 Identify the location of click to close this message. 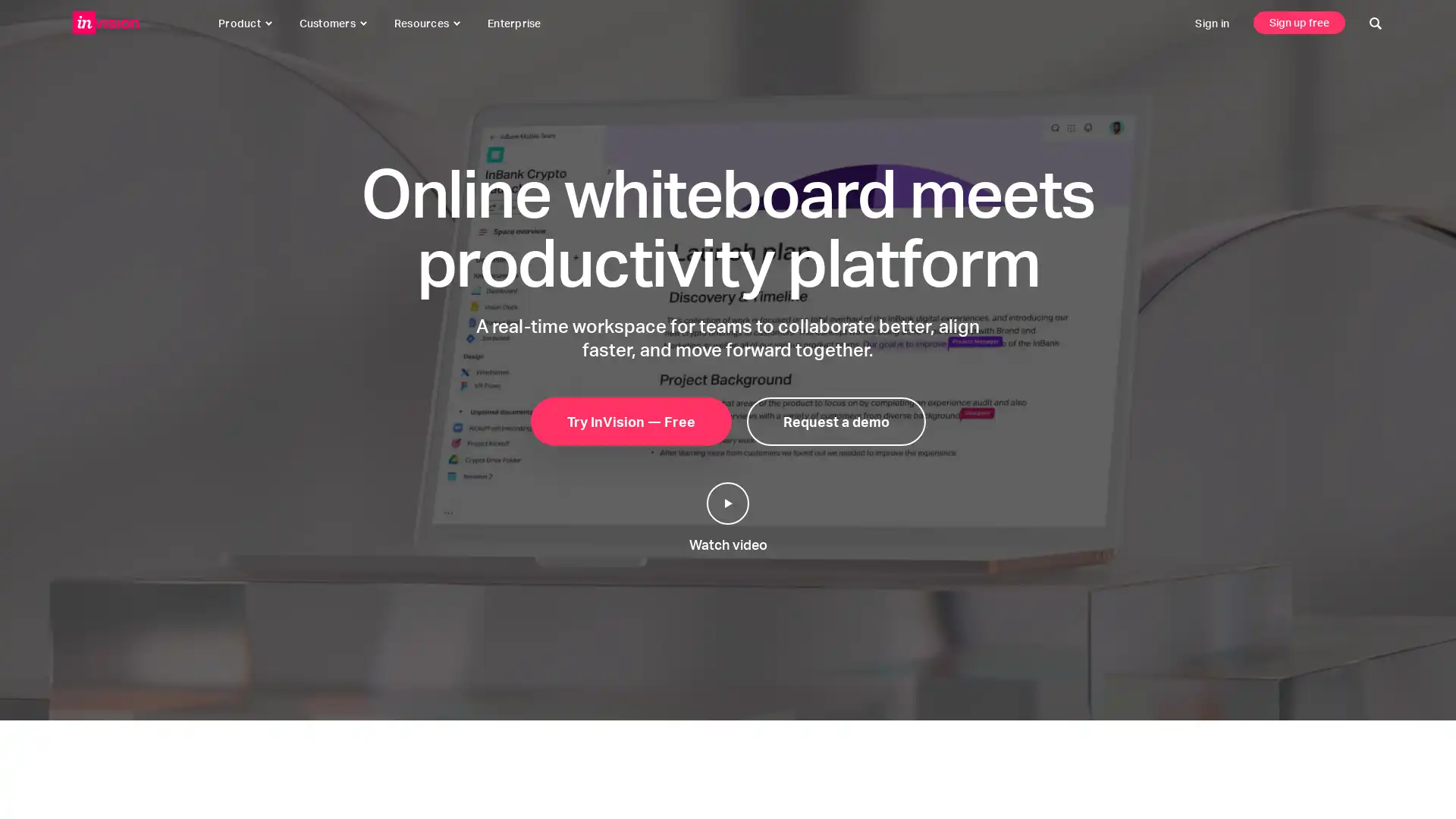
(1373, 738).